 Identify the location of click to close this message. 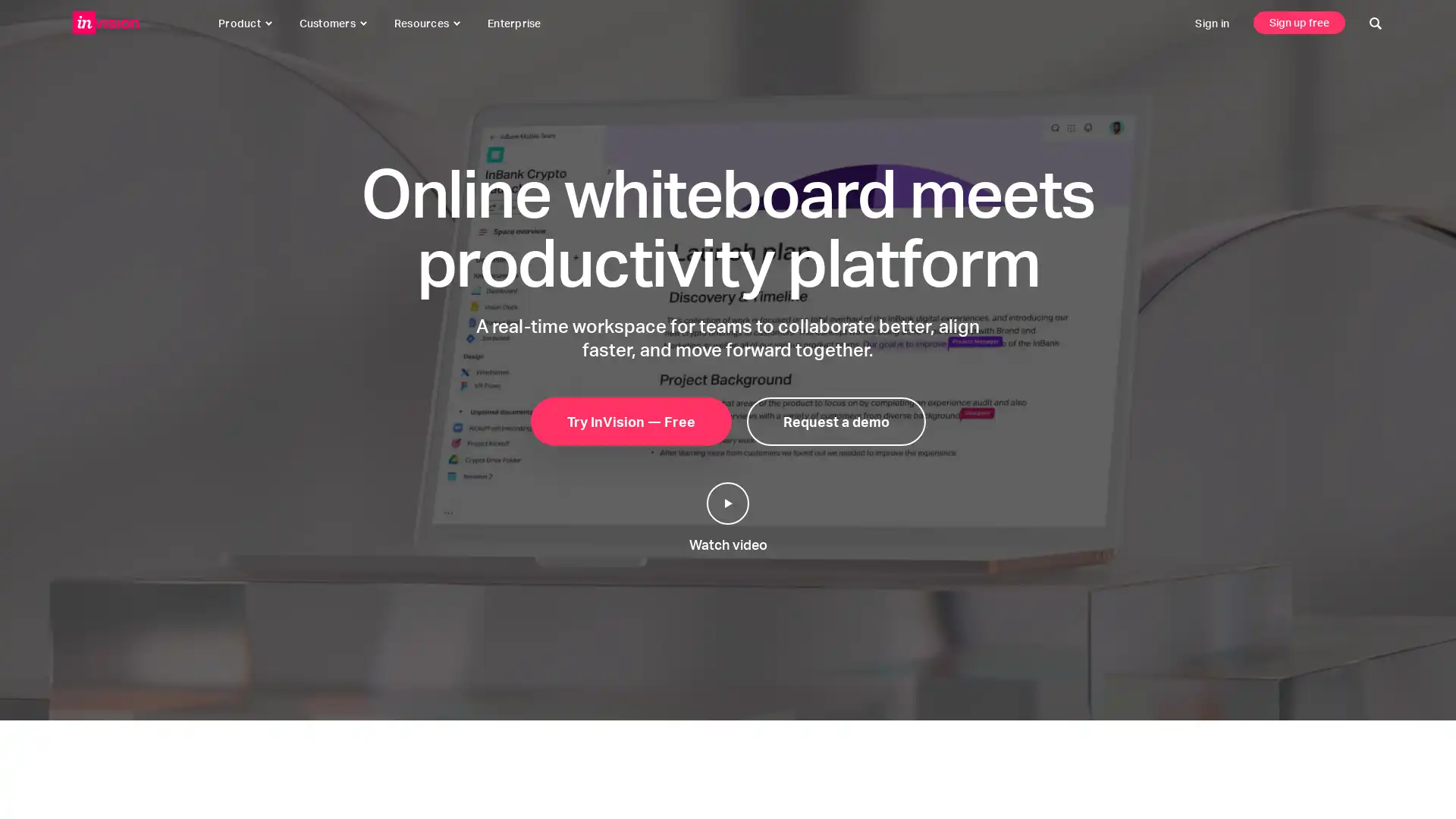
(1373, 738).